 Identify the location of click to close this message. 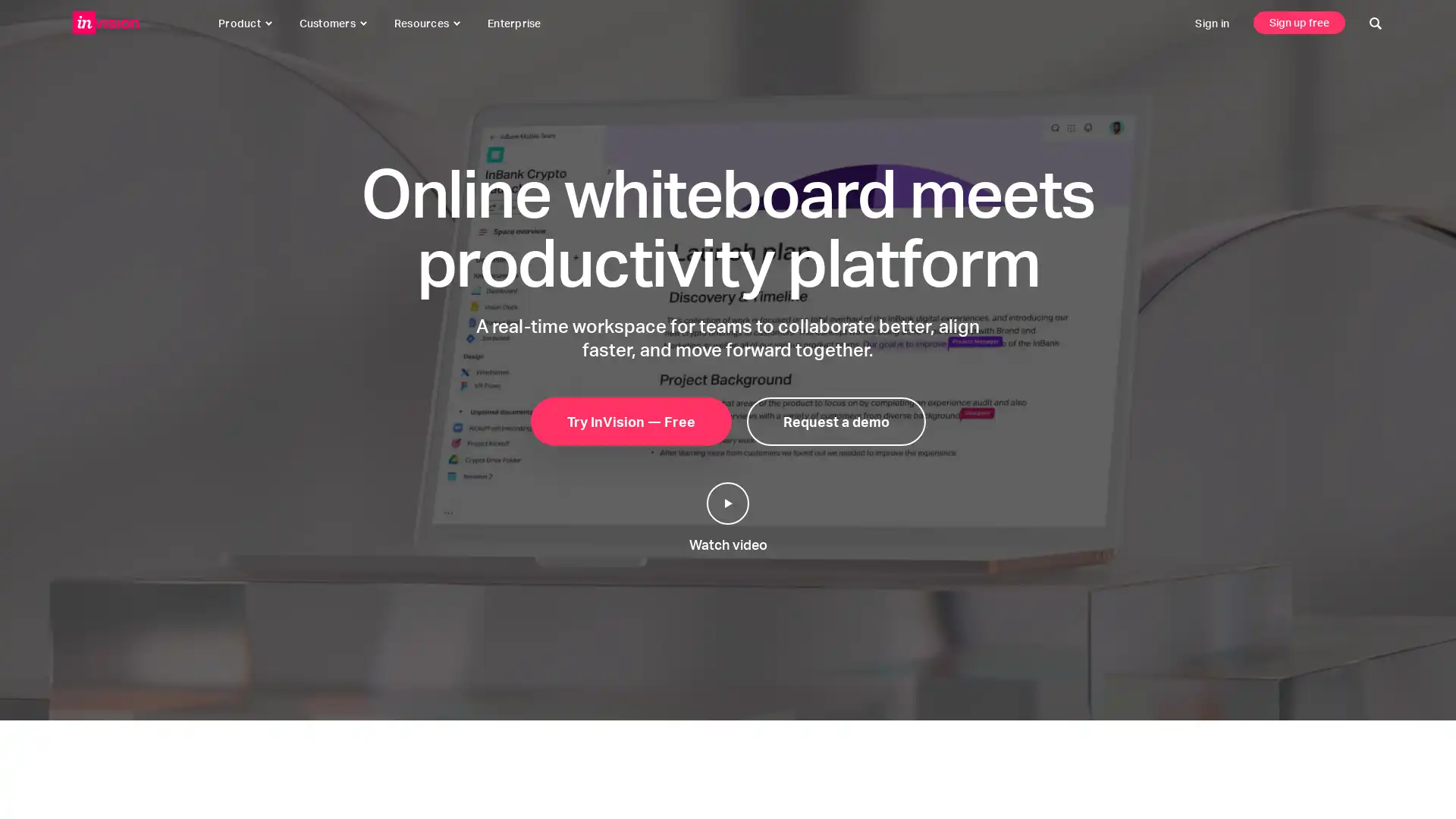
(1373, 738).